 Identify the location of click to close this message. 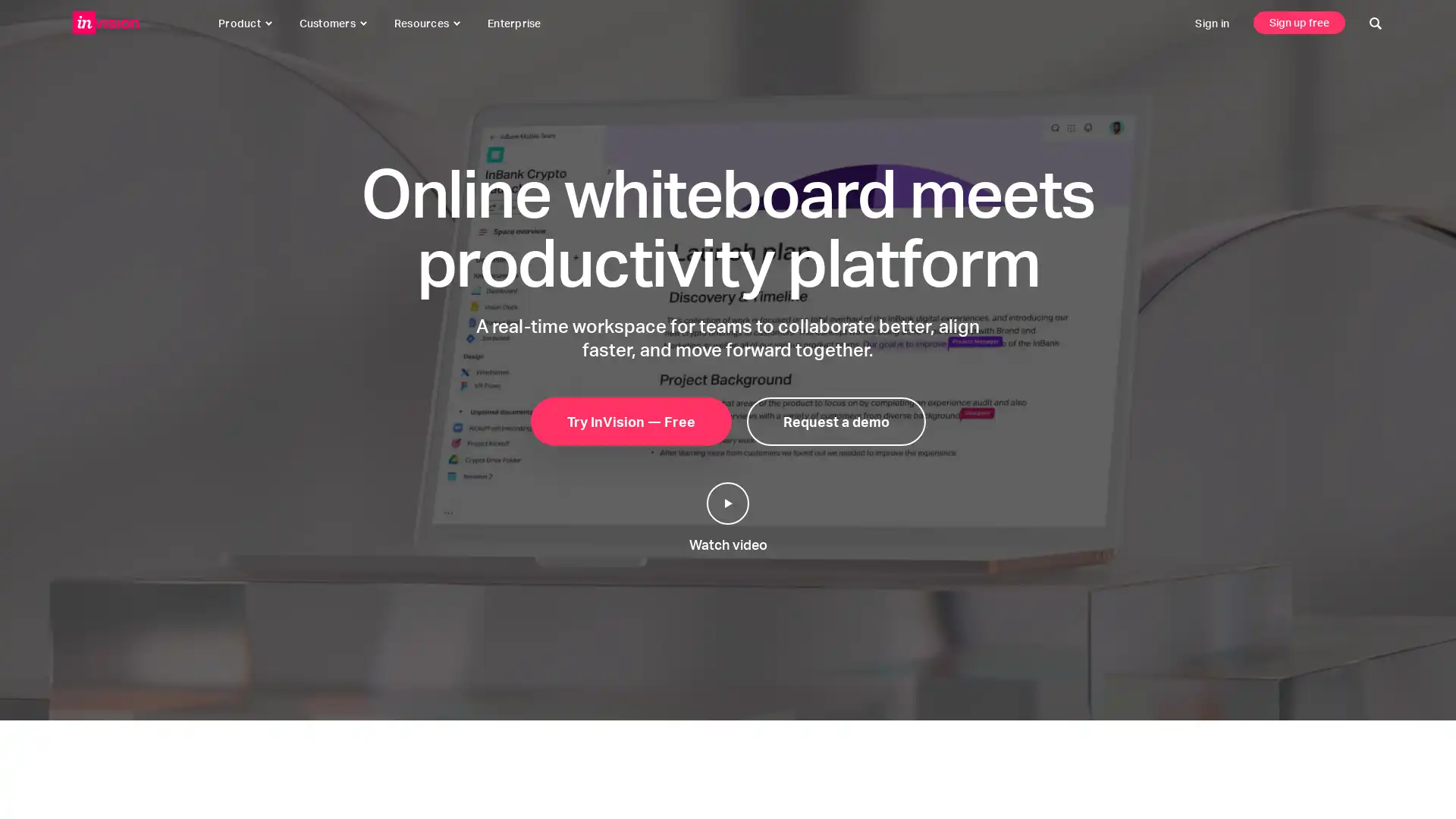
(1373, 738).